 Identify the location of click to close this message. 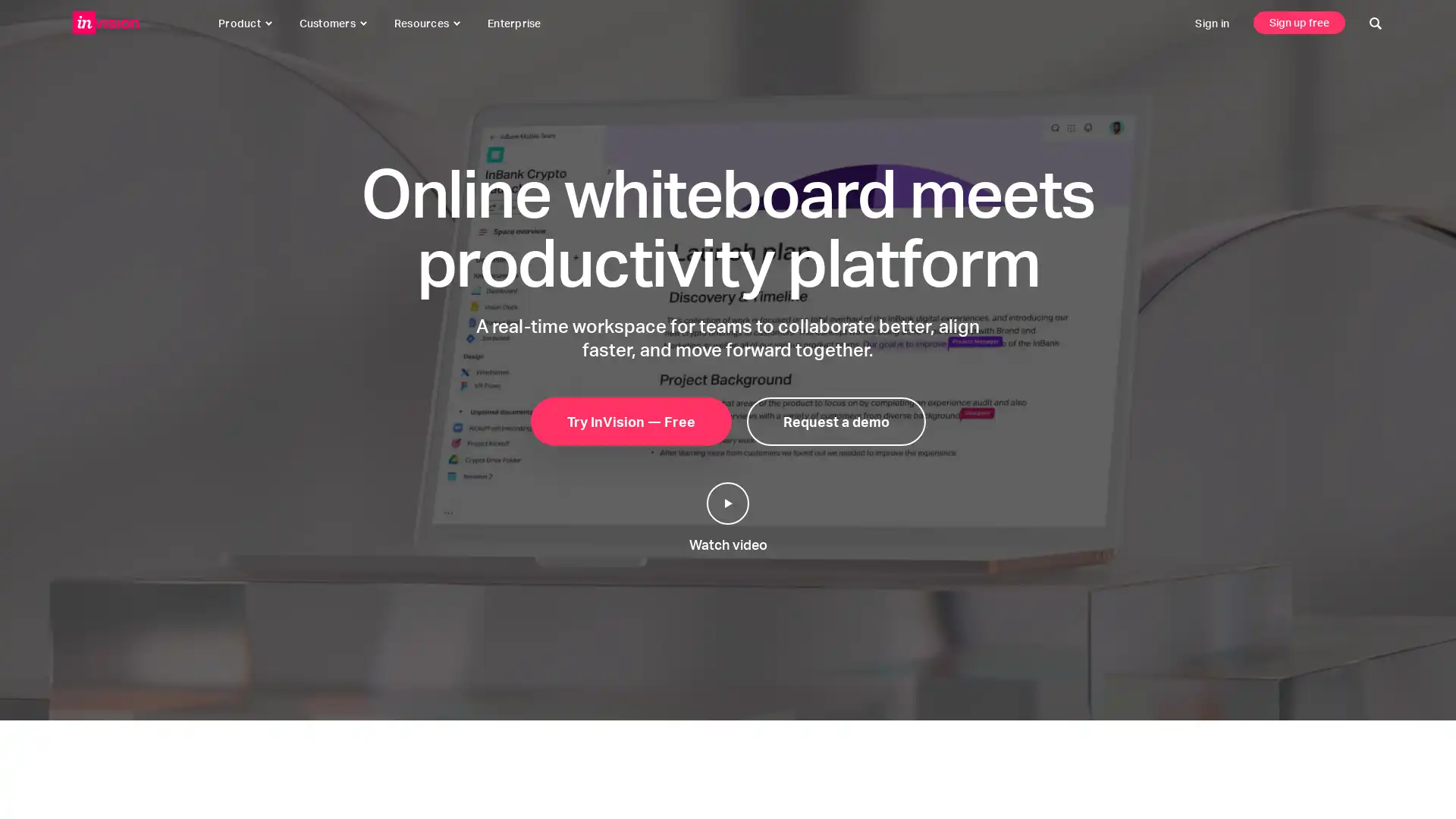
(1373, 738).